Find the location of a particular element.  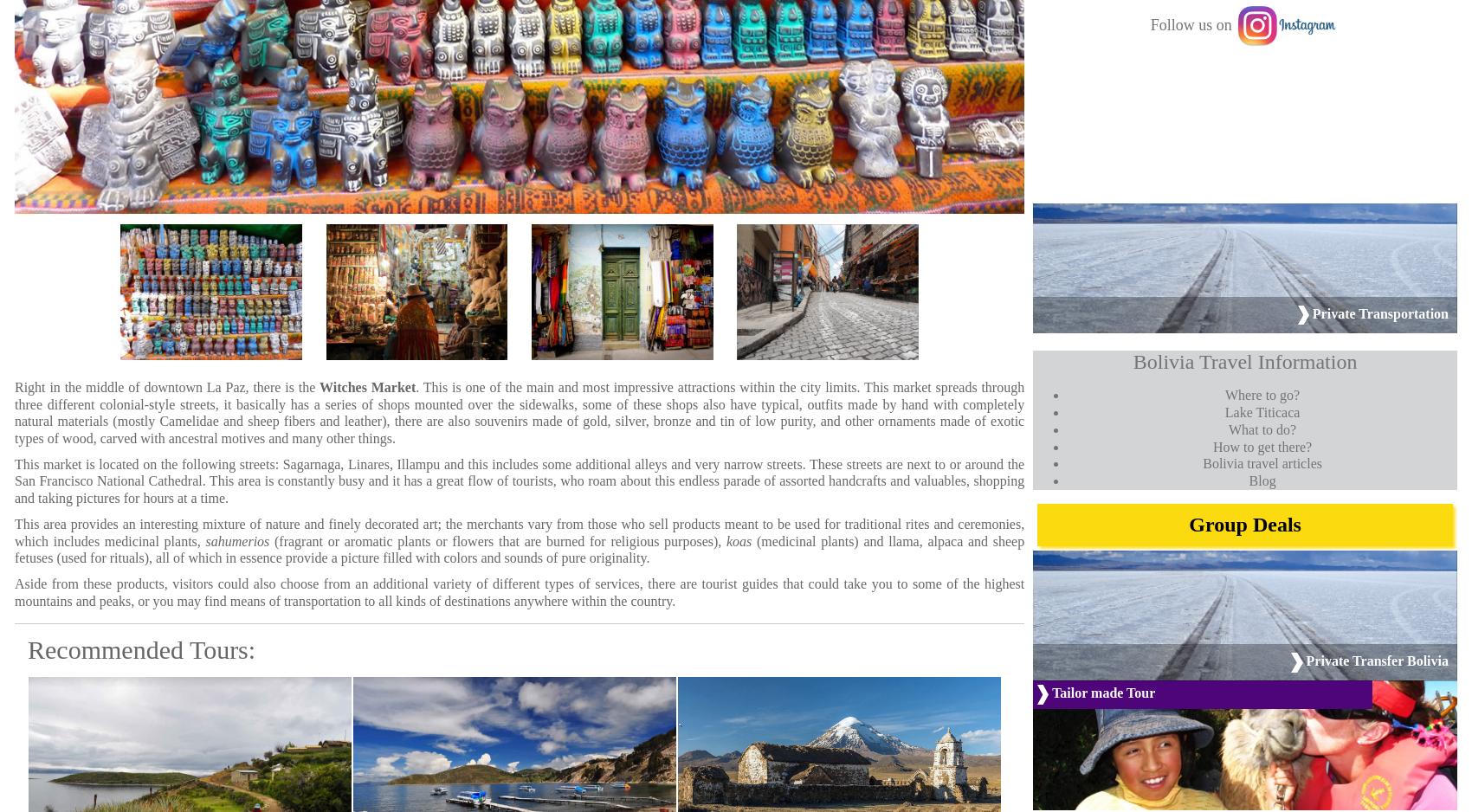

'Recommended Tours:' is located at coordinates (140, 649).